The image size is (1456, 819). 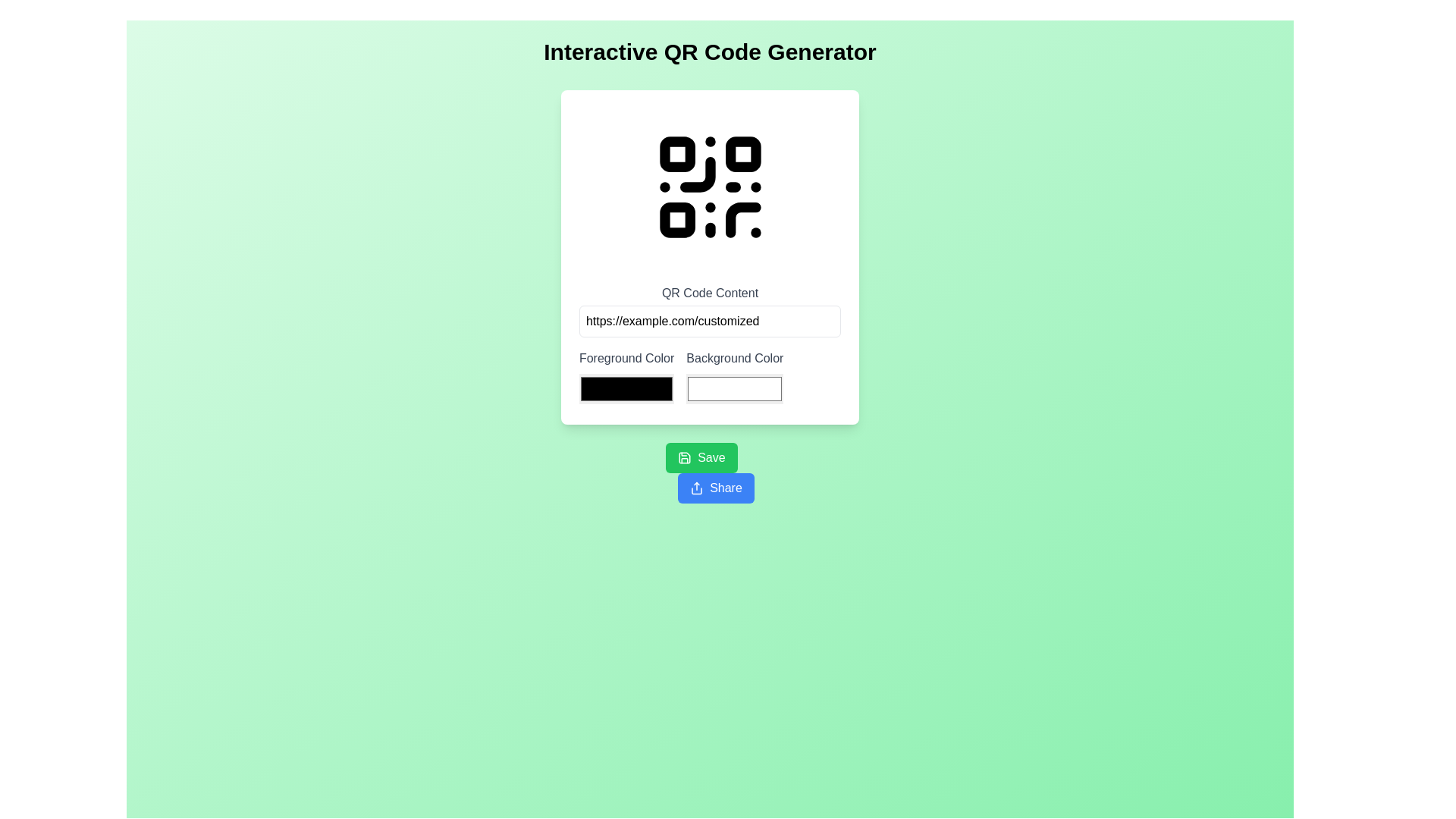 I want to click on the color picker input field that displays the current color value of white (#ffffff), so click(x=735, y=388).